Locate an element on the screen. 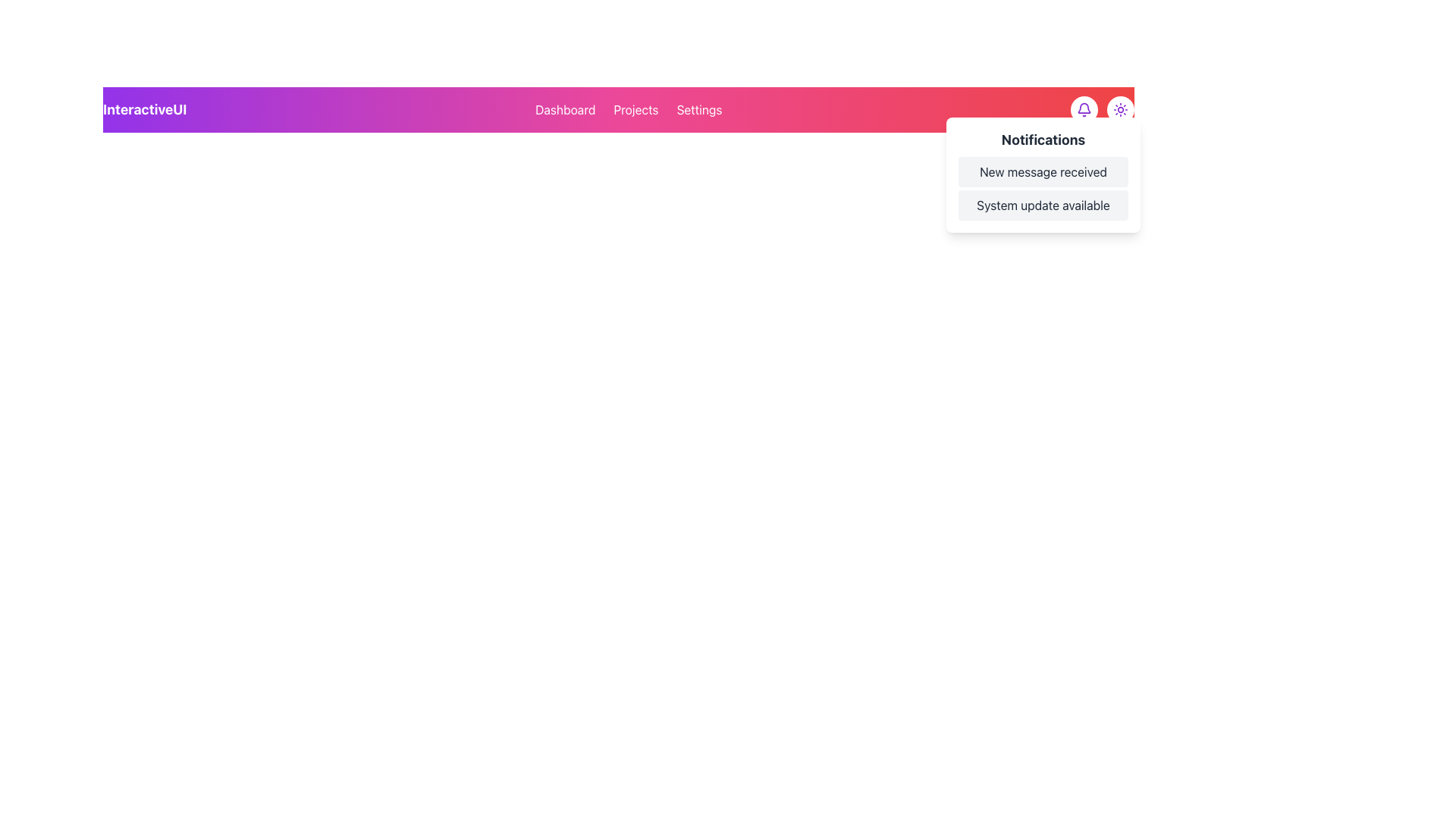 The image size is (1456, 819). the 'New message received' text block, which is the first item is located at coordinates (1043, 171).